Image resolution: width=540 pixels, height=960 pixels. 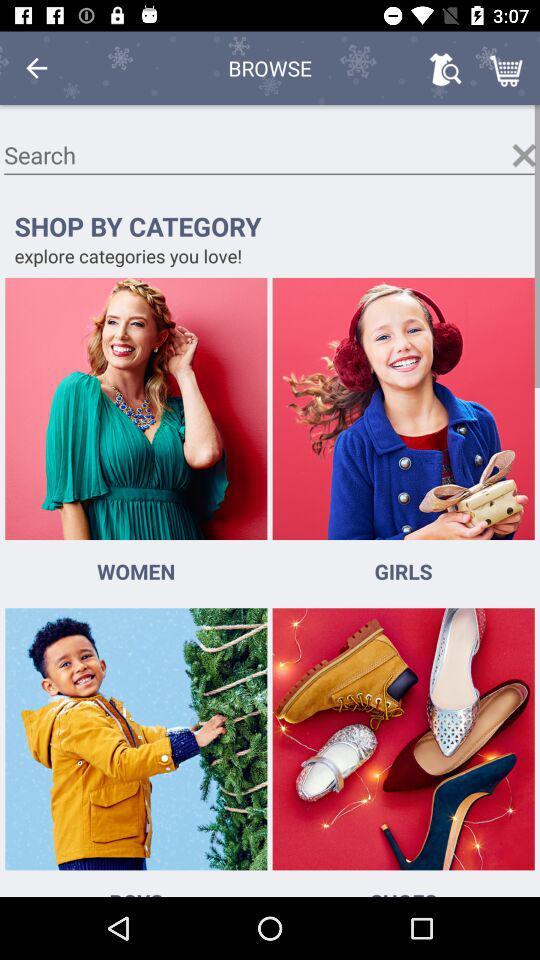 What do you see at coordinates (524, 154) in the screenshot?
I see `the search window` at bounding box center [524, 154].